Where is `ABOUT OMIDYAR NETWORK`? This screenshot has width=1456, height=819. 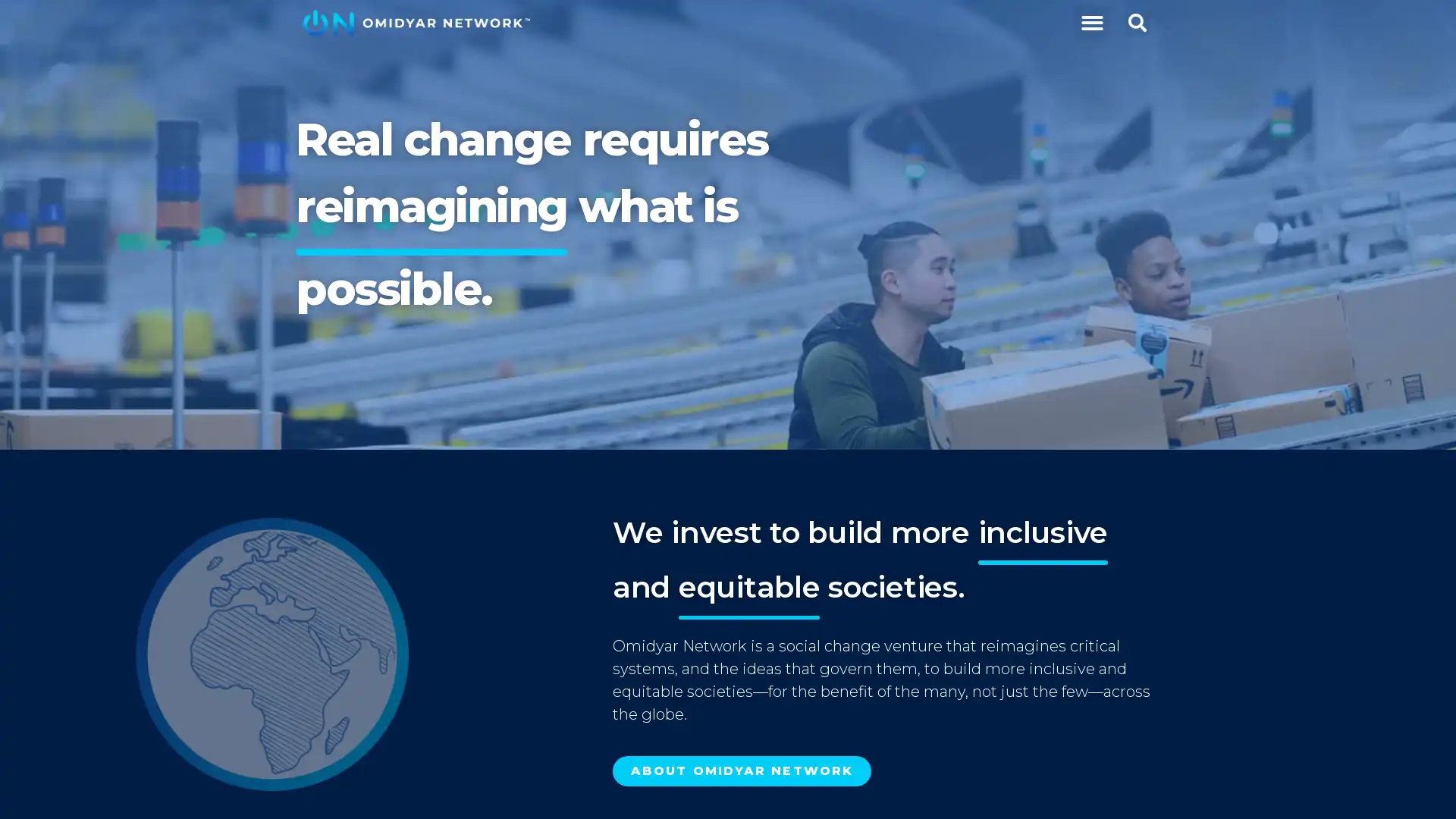 ABOUT OMIDYAR NETWORK is located at coordinates (742, 771).